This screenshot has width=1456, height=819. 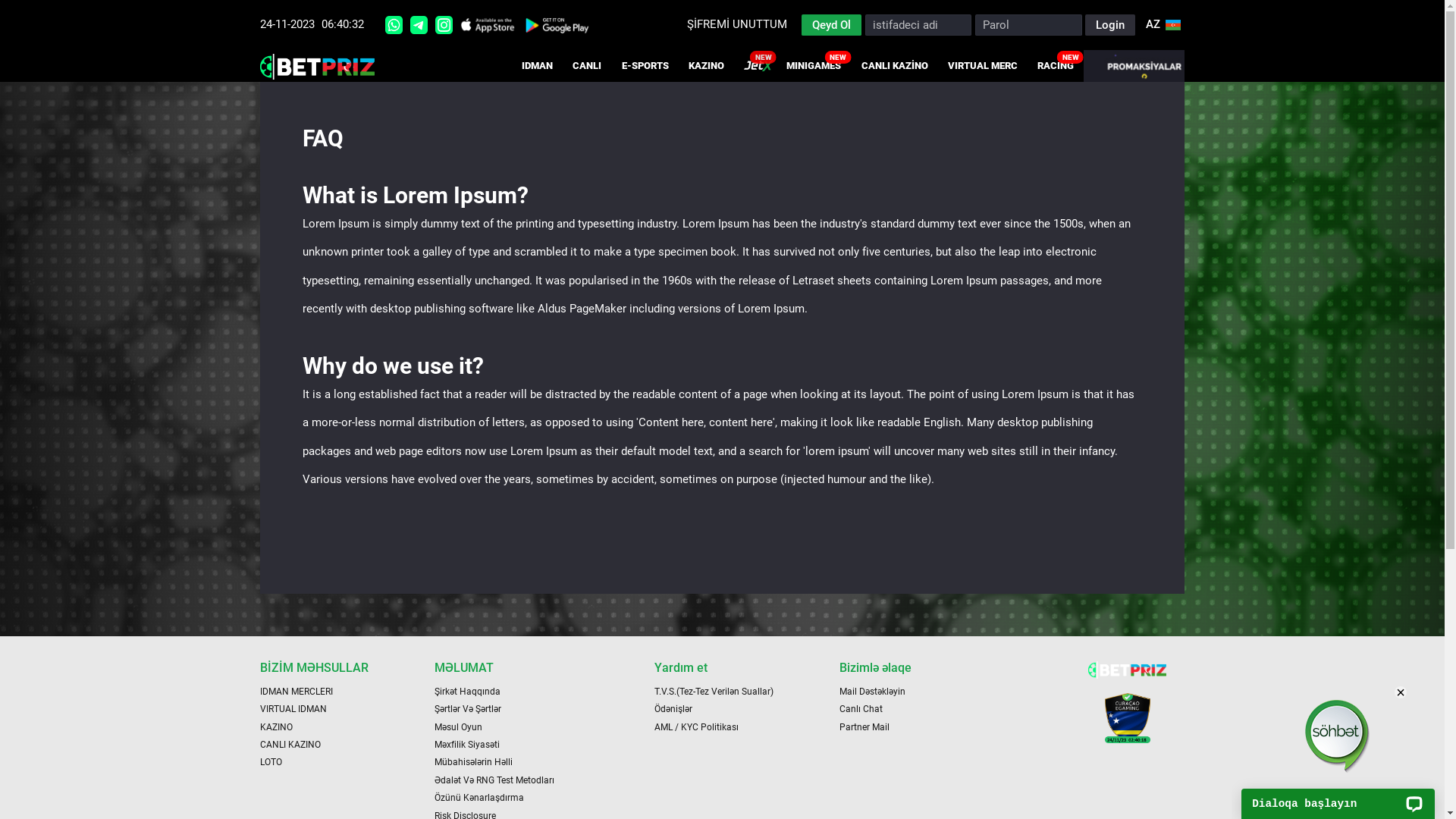 What do you see at coordinates (644, 65) in the screenshot?
I see `'E-SPORTS'` at bounding box center [644, 65].